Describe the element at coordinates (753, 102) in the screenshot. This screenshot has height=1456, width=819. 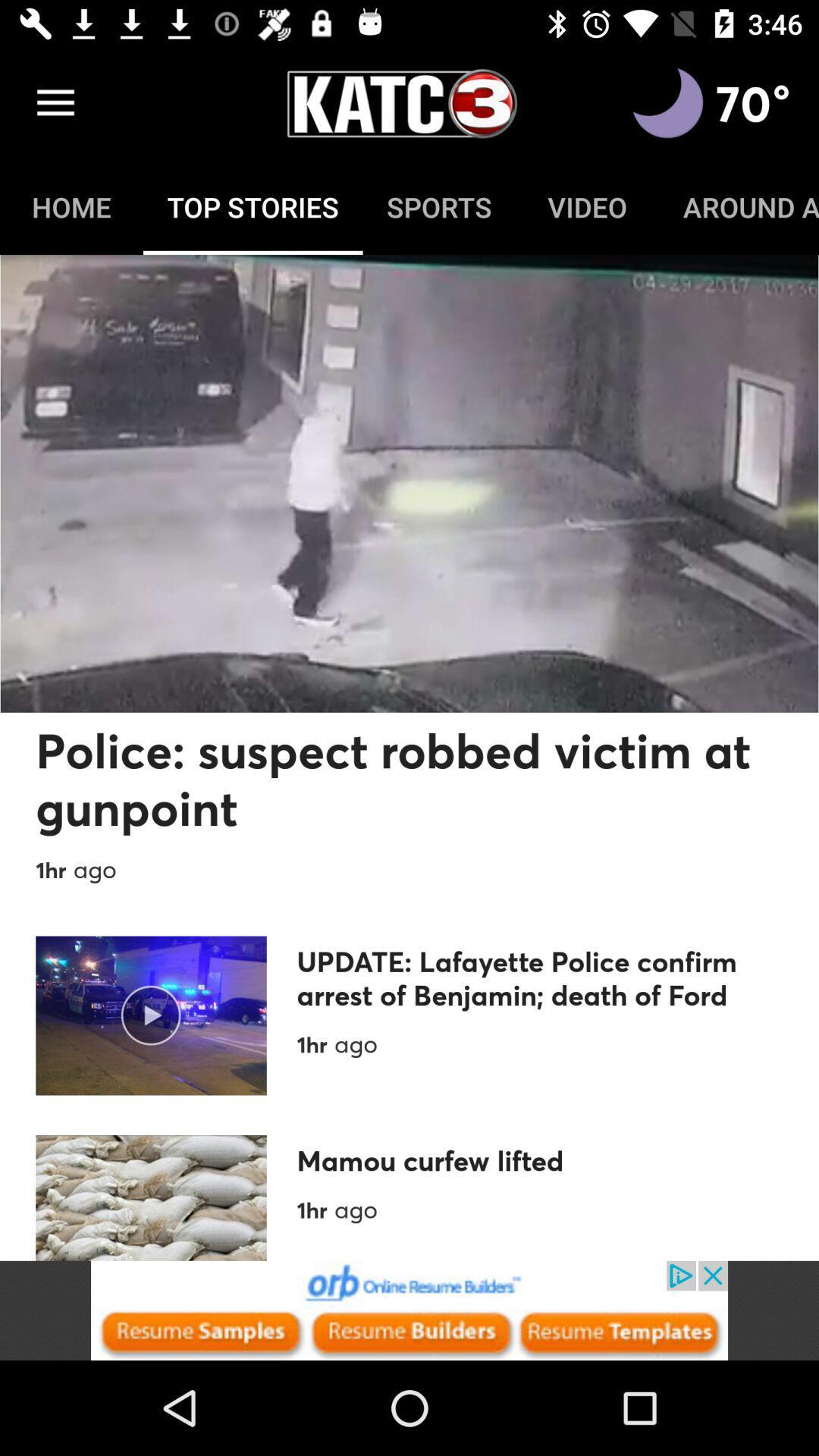
I see `70 at top right` at that location.